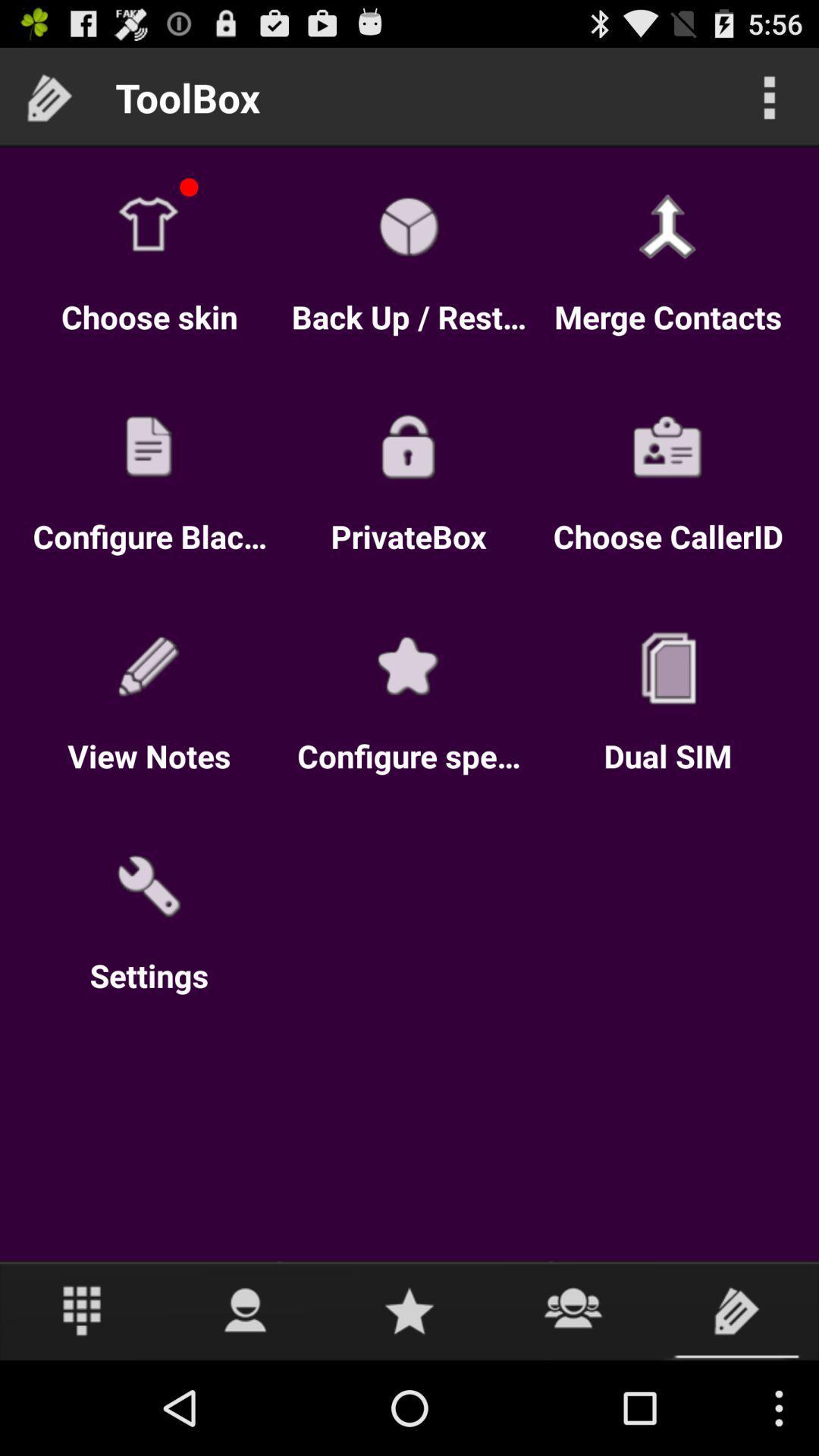 The width and height of the screenshot is (819, 1456). Describe the element at coordinates (573, 1310) in the screenshot. I see `groups button` at that location.